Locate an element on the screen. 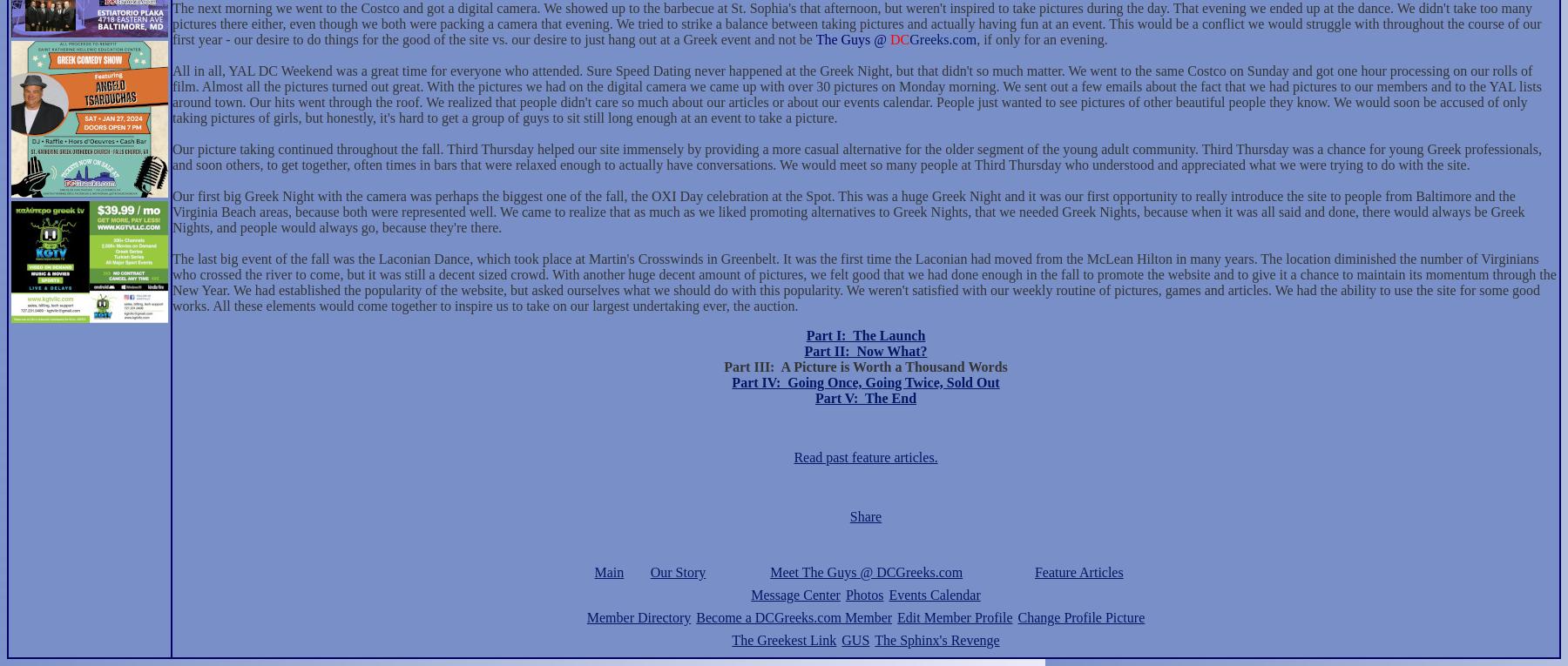 The width and height of the screenshot is (1568, 666). 'Part
III:  A Picture is Worth a Thousand Words' is located at coordinates (864, 367).